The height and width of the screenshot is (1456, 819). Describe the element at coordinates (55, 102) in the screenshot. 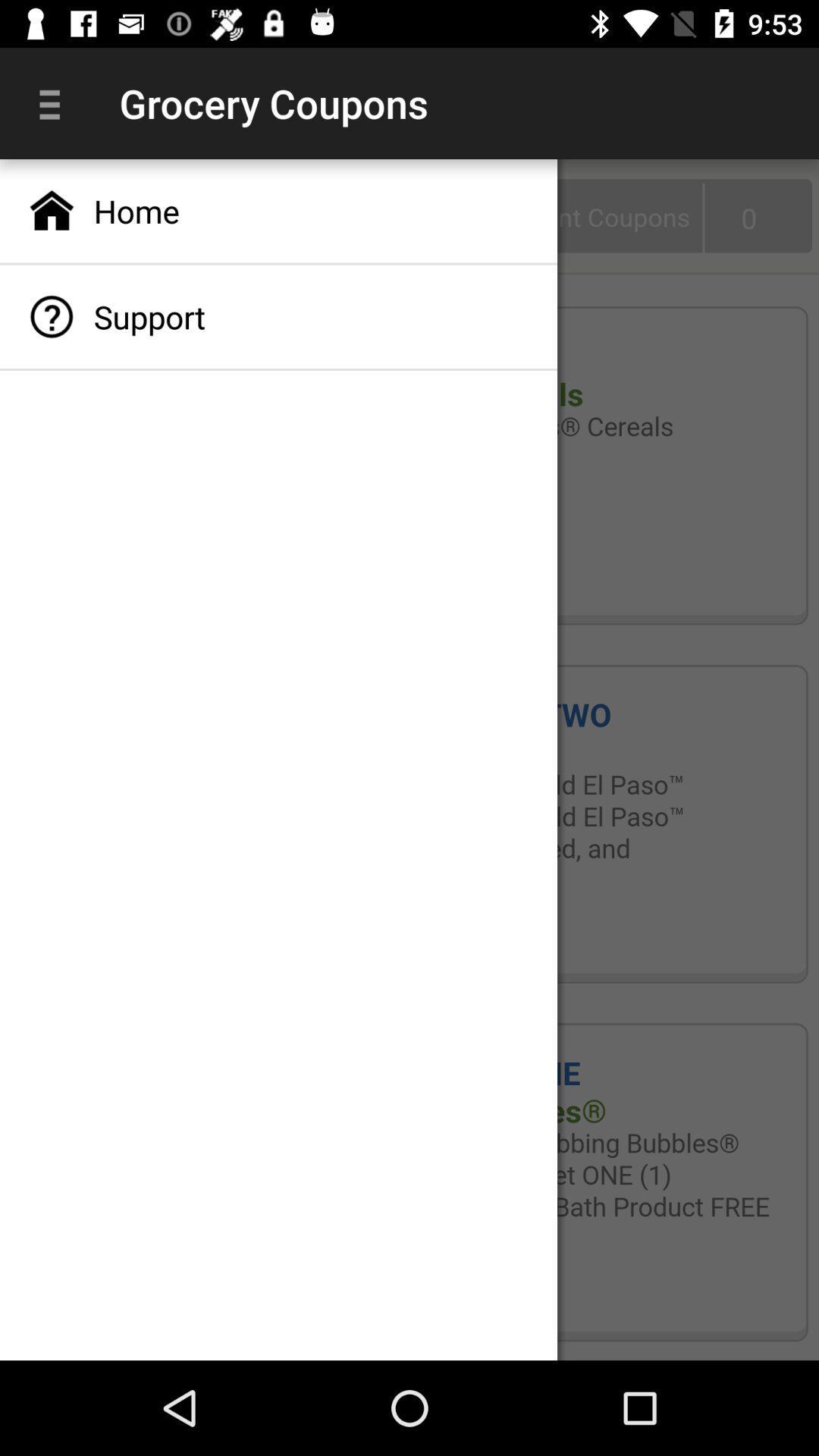

I see `the icon at the top left corner` at that location.